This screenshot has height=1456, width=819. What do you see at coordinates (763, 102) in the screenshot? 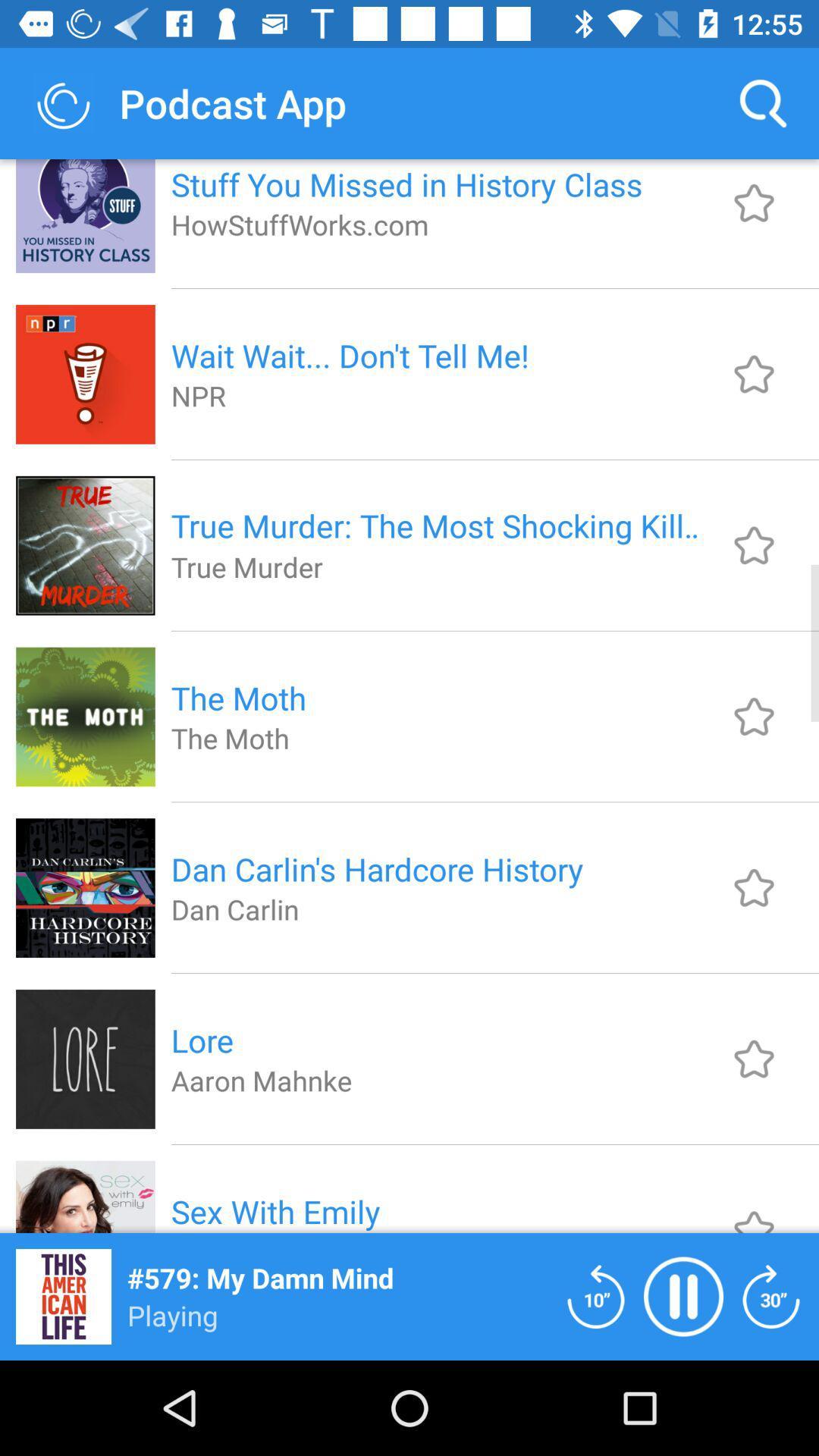
I see `the item next to stuff you missed item` at bounding box center [763, 102].